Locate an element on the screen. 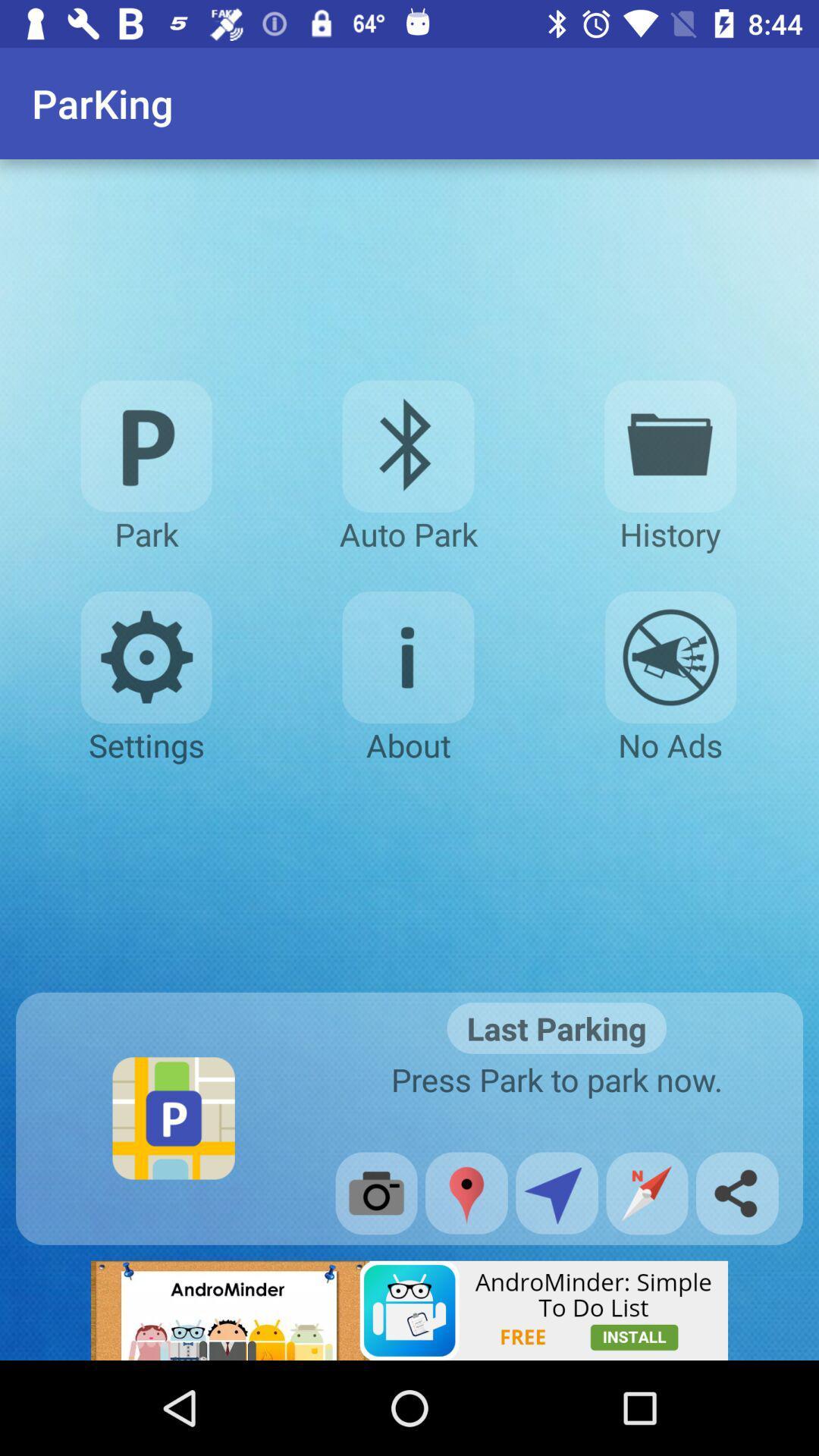 This screenshot has height=1456, width=819. about is located at coordinates (407, 657).